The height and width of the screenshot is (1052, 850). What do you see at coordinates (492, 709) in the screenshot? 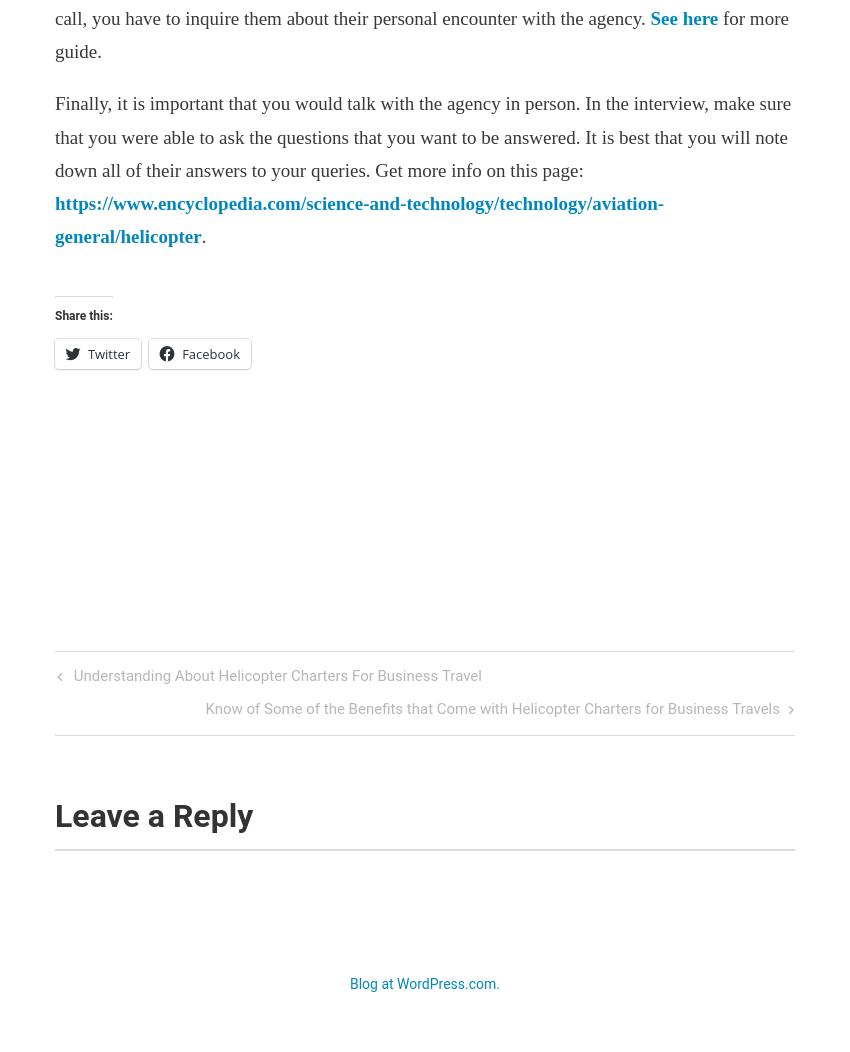
I see `'Know of Some of the Benefits that Come with Helicopter Charters for Business Travels'` at bounding box center [492, 709].